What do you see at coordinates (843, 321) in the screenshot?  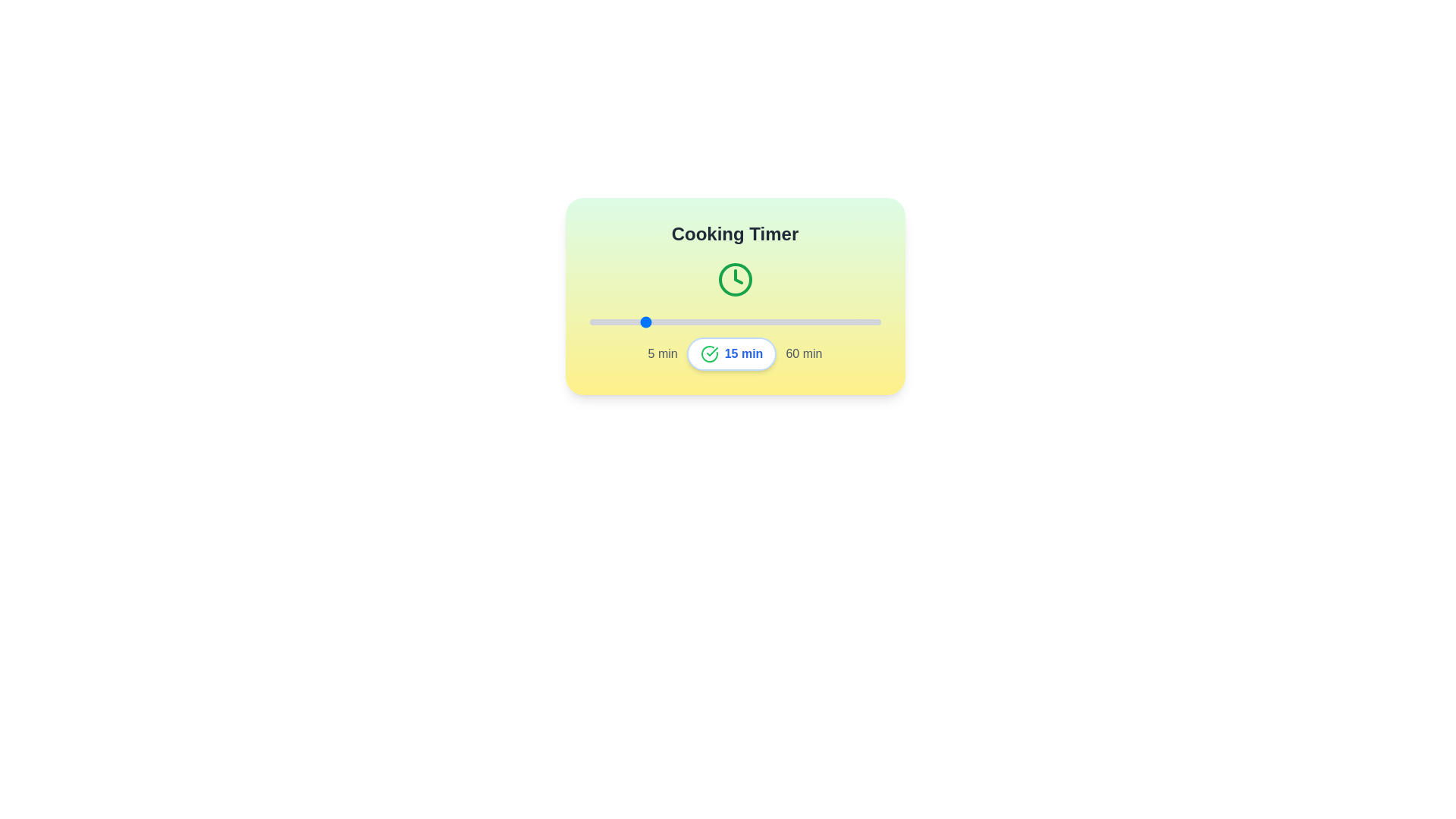 I see `the timer` at bounding box center [843, 321].